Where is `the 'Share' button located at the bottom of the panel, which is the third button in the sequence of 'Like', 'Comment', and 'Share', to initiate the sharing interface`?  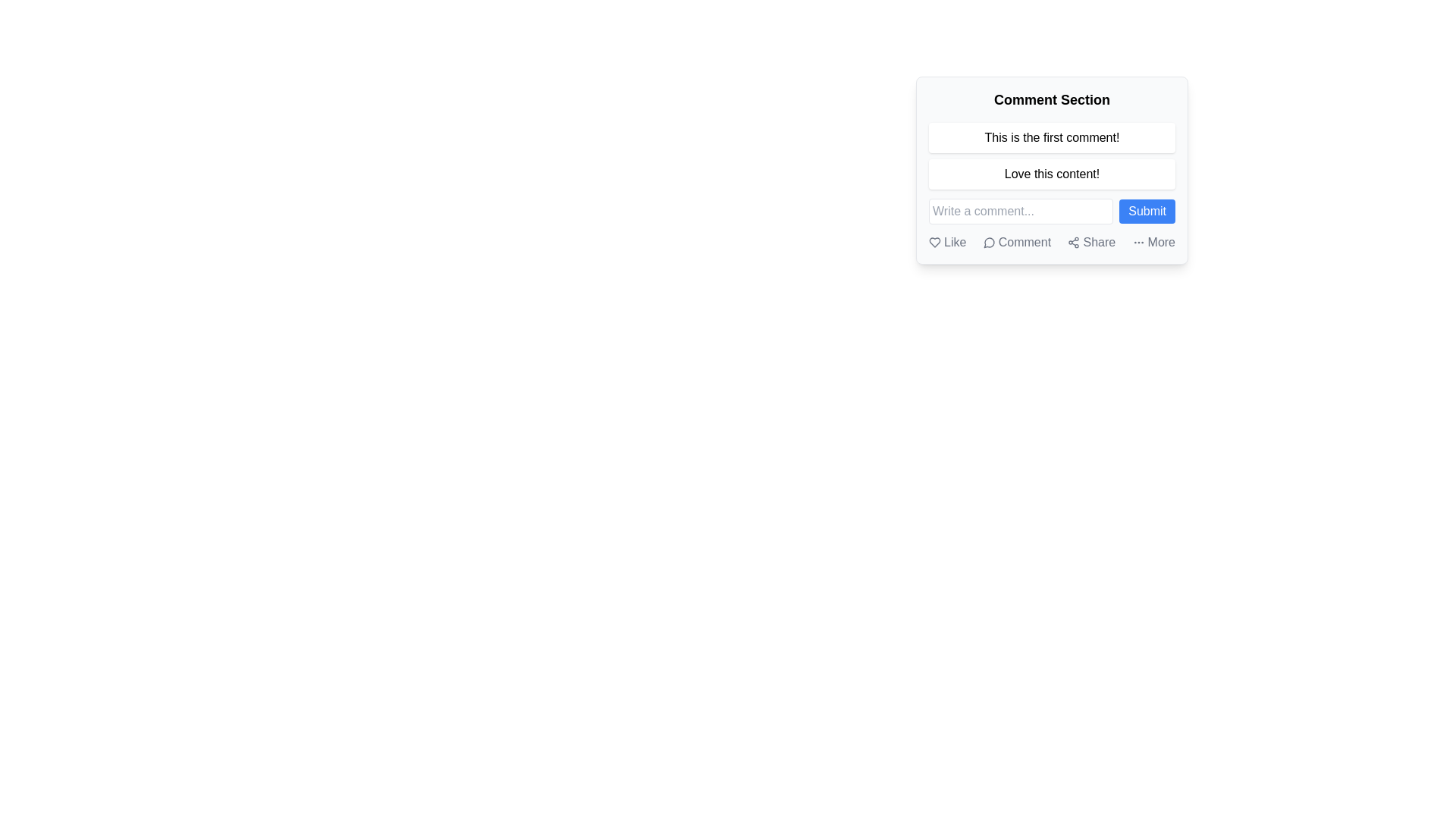
the 'Share' button located at the bottom of the panel, which is the third button in the sequence of 'Like', 'Comment', and 'Share', to initiate the sharing interface is located at coordinates (1090, 242).